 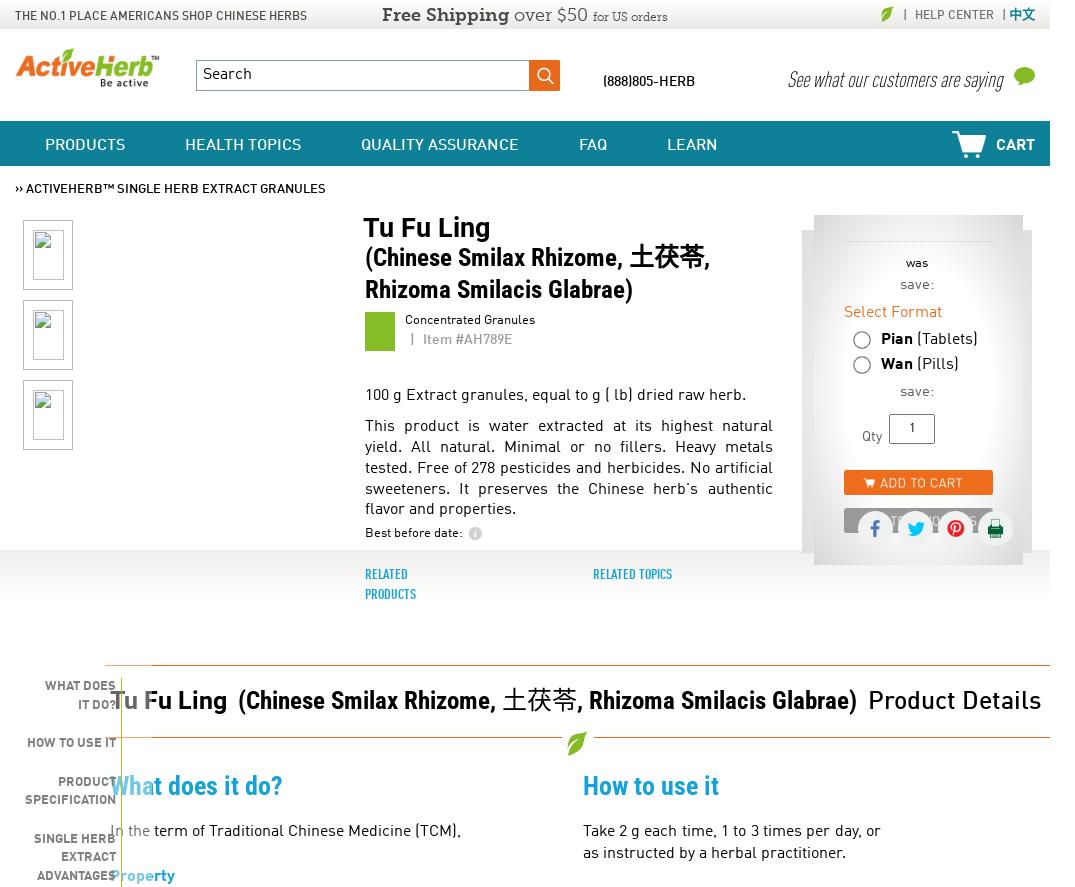 What do you see at coordinates (35, 874) in the screenshot?
I see `'Advantages'` at bounding box center [35, 874].